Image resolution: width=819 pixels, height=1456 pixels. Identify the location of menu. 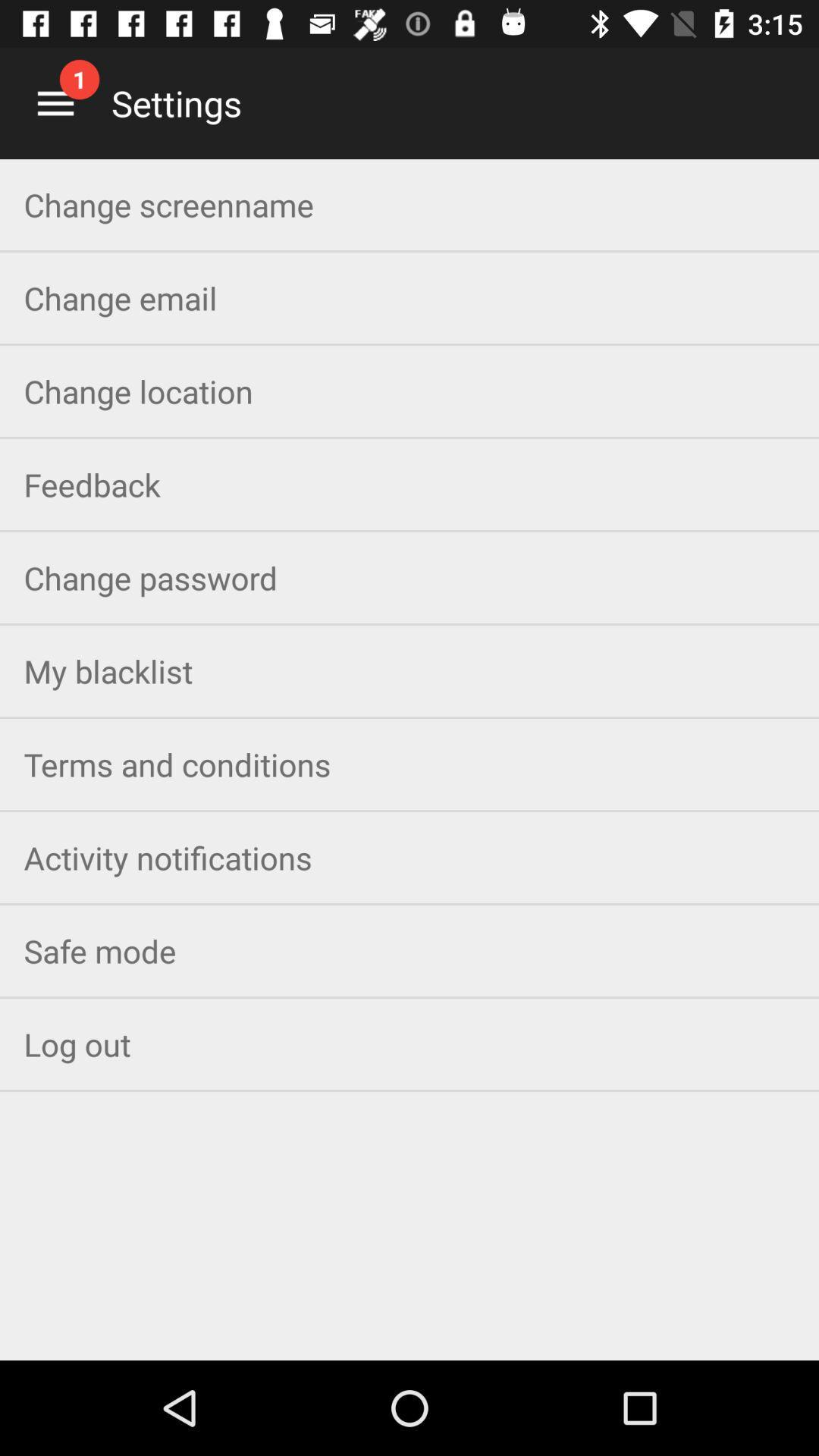
(55, 102).